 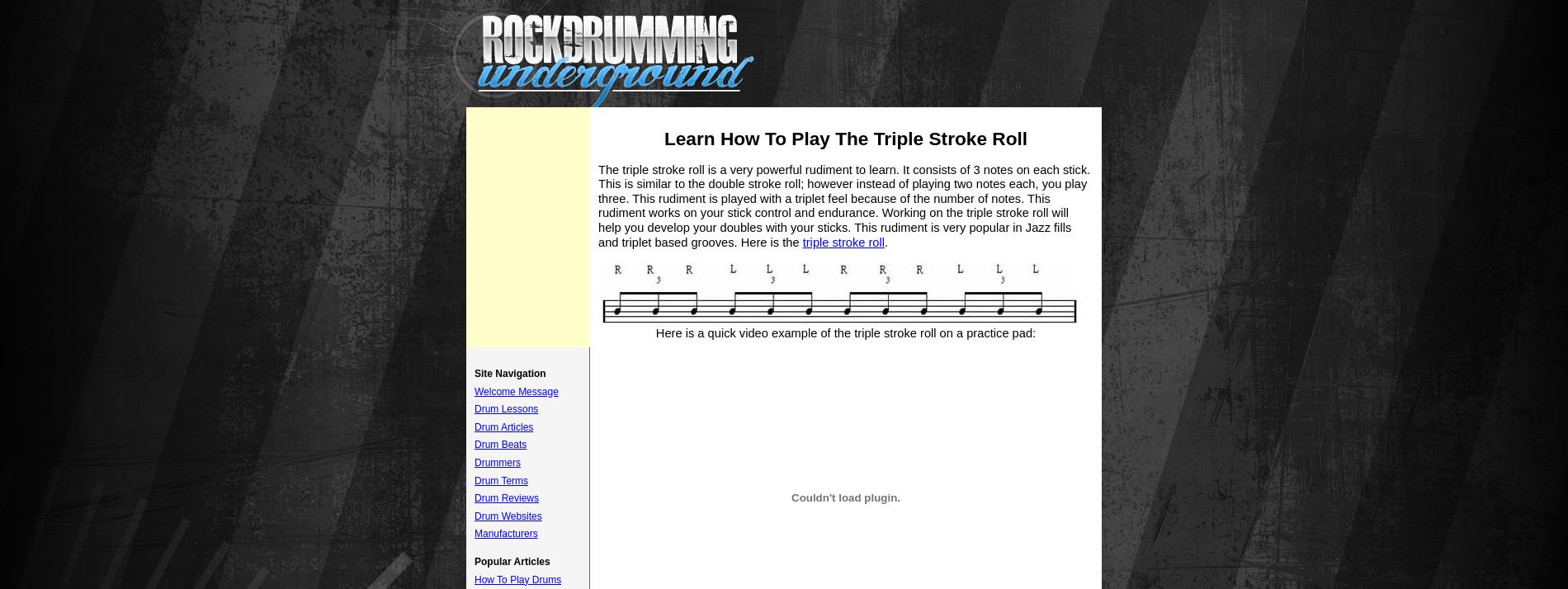 I want to click on 'How To Play Drums', so click(x=474, y=578).